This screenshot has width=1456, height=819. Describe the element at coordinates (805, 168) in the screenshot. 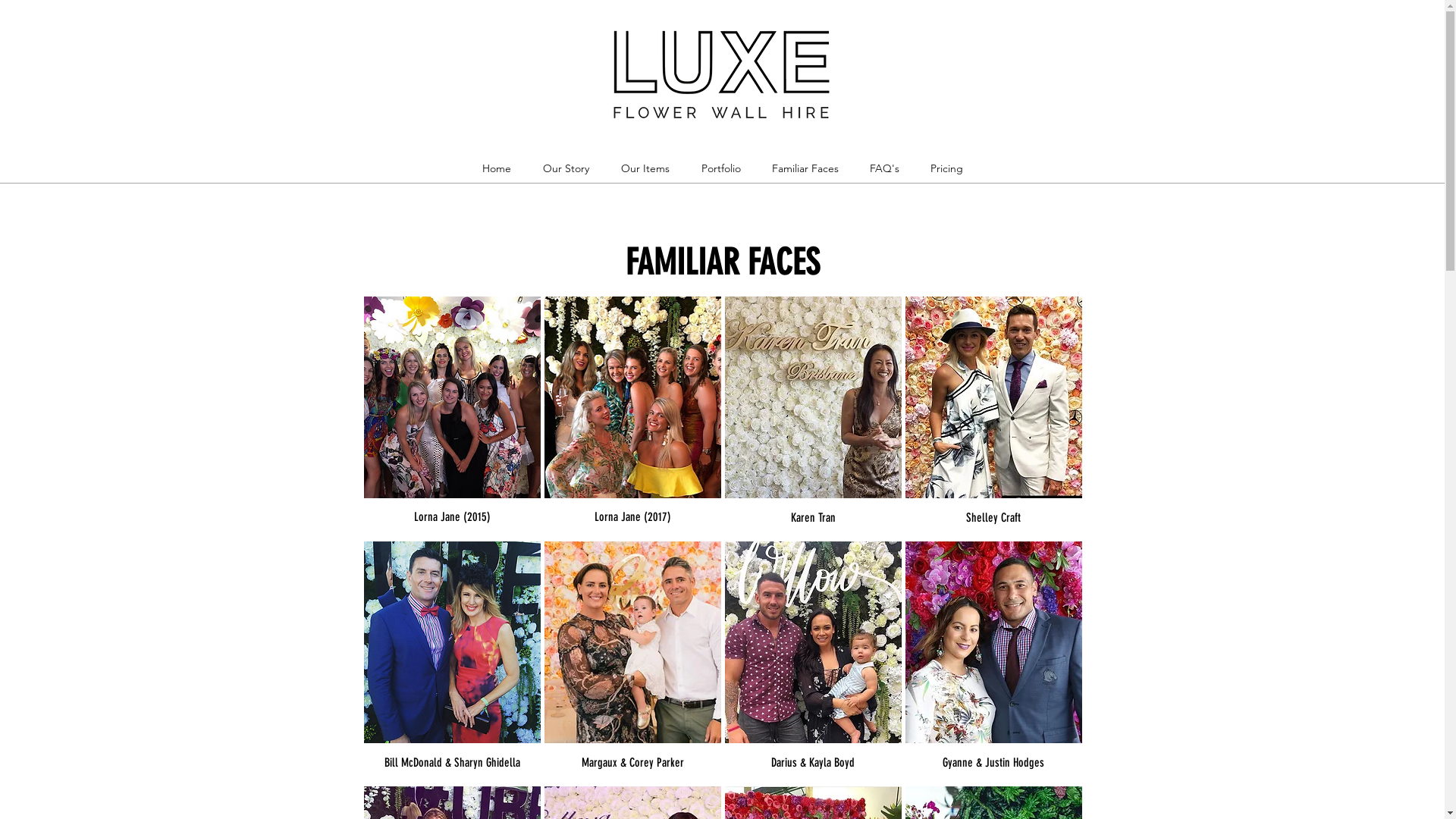

I see `'Familiar Faces'` at that location.